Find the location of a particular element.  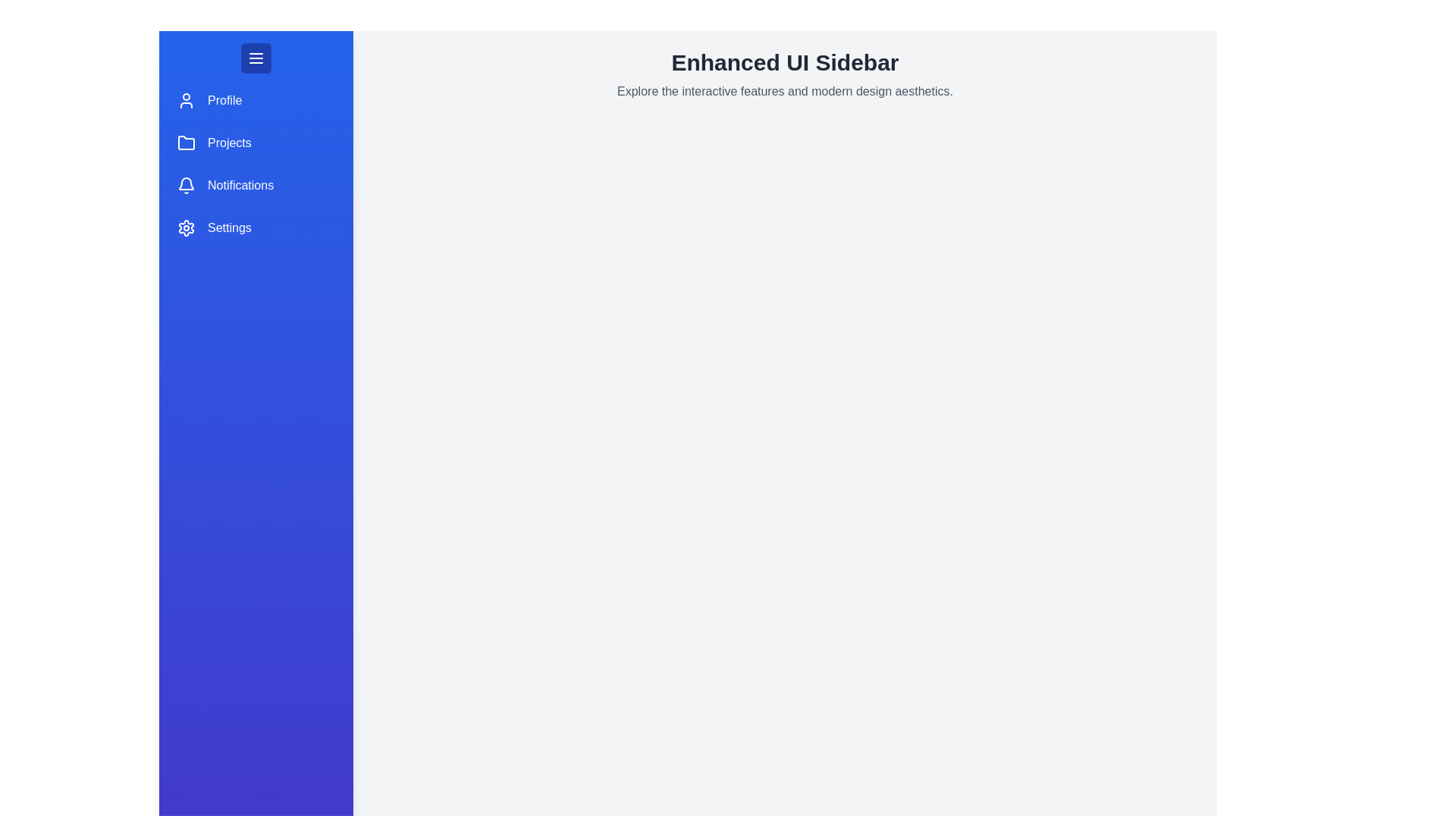

the menu item labeled Notifications to highlight it is located at coordinates (256, 185).